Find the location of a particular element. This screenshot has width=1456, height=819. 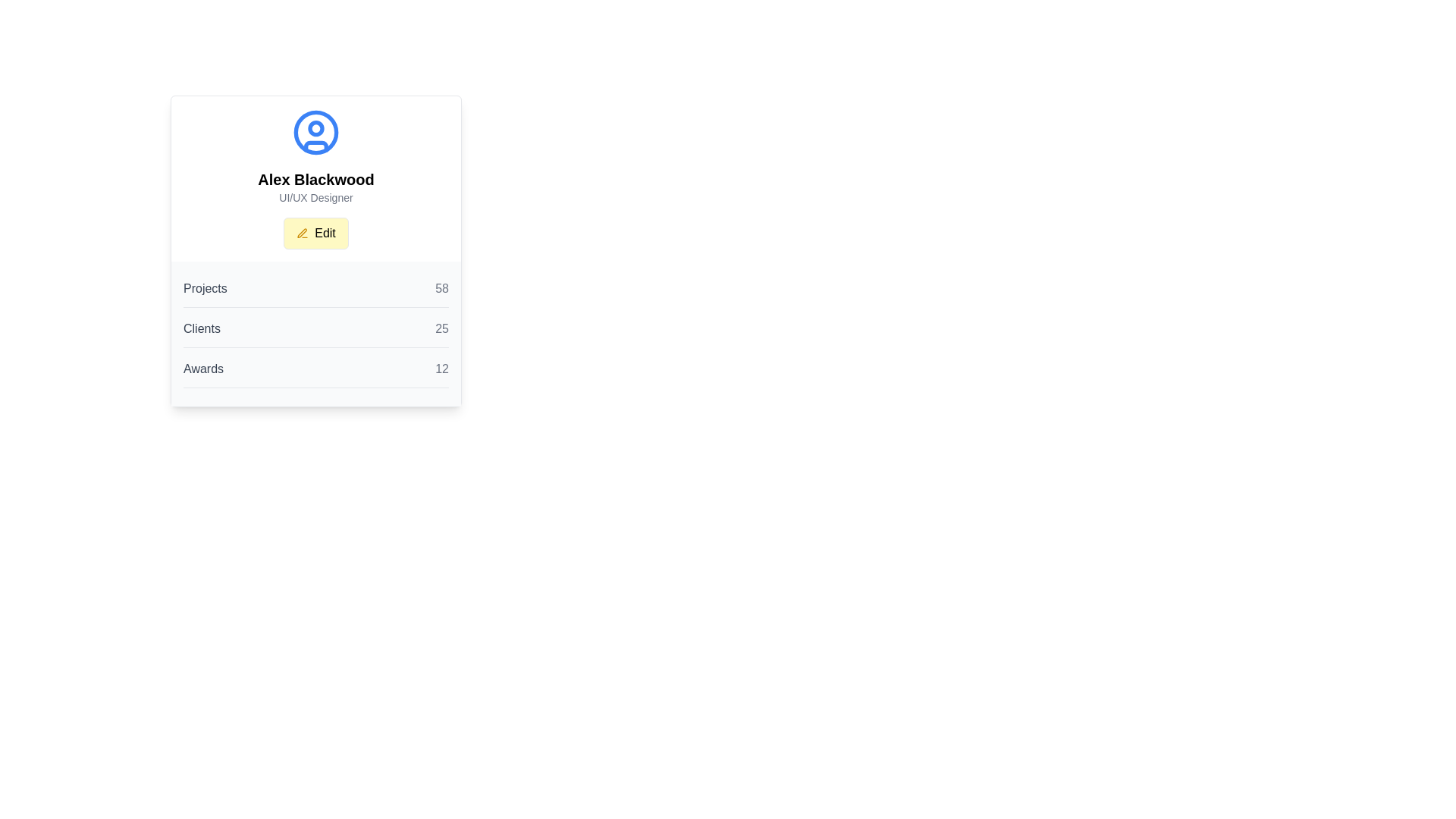

displayed data from the labeled data row showing the key performance indicator for 'Awards' with the value '12' is located at coordinates (315, 374).